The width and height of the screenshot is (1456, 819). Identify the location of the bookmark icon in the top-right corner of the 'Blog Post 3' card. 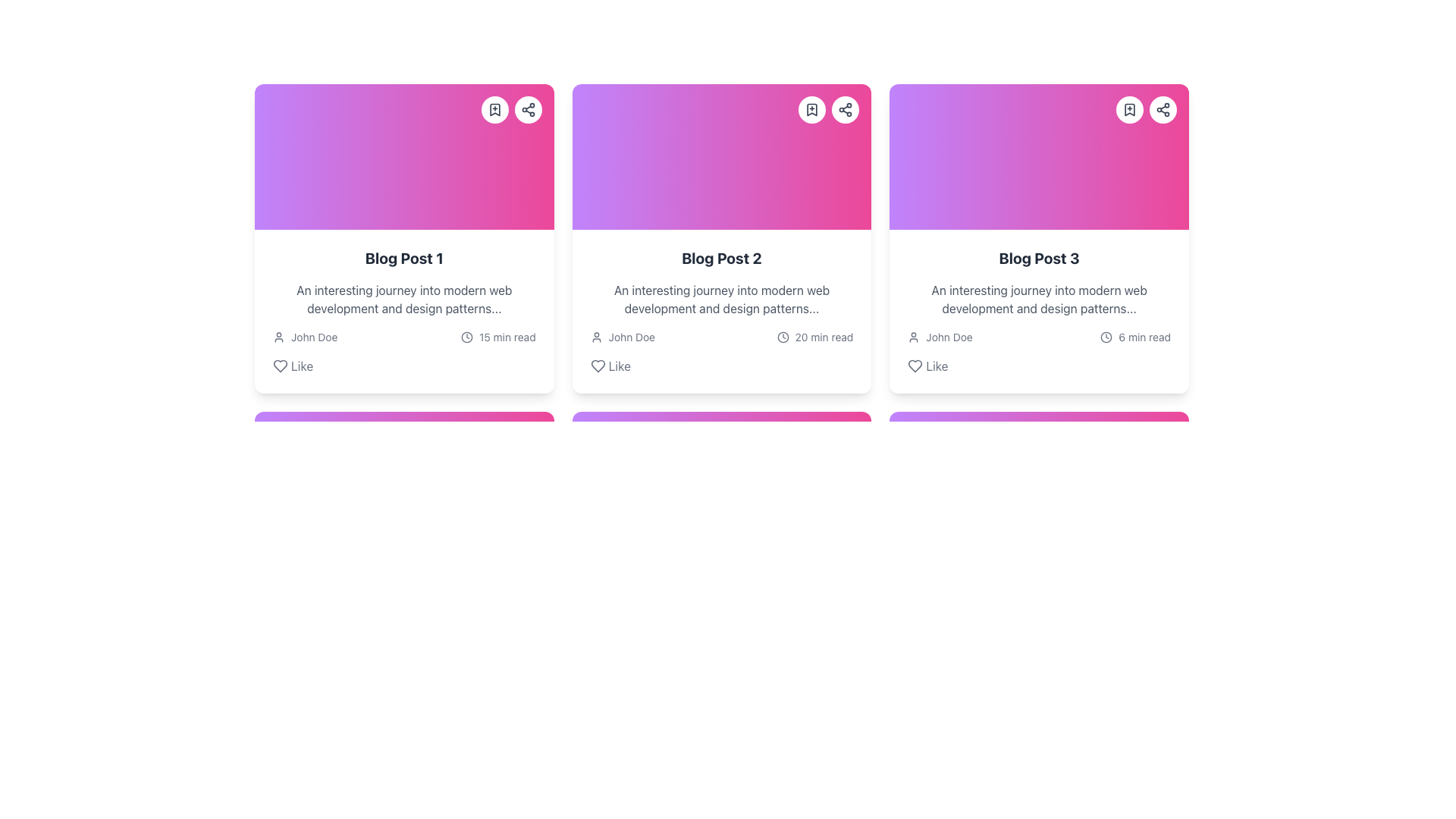
(1147, 109).